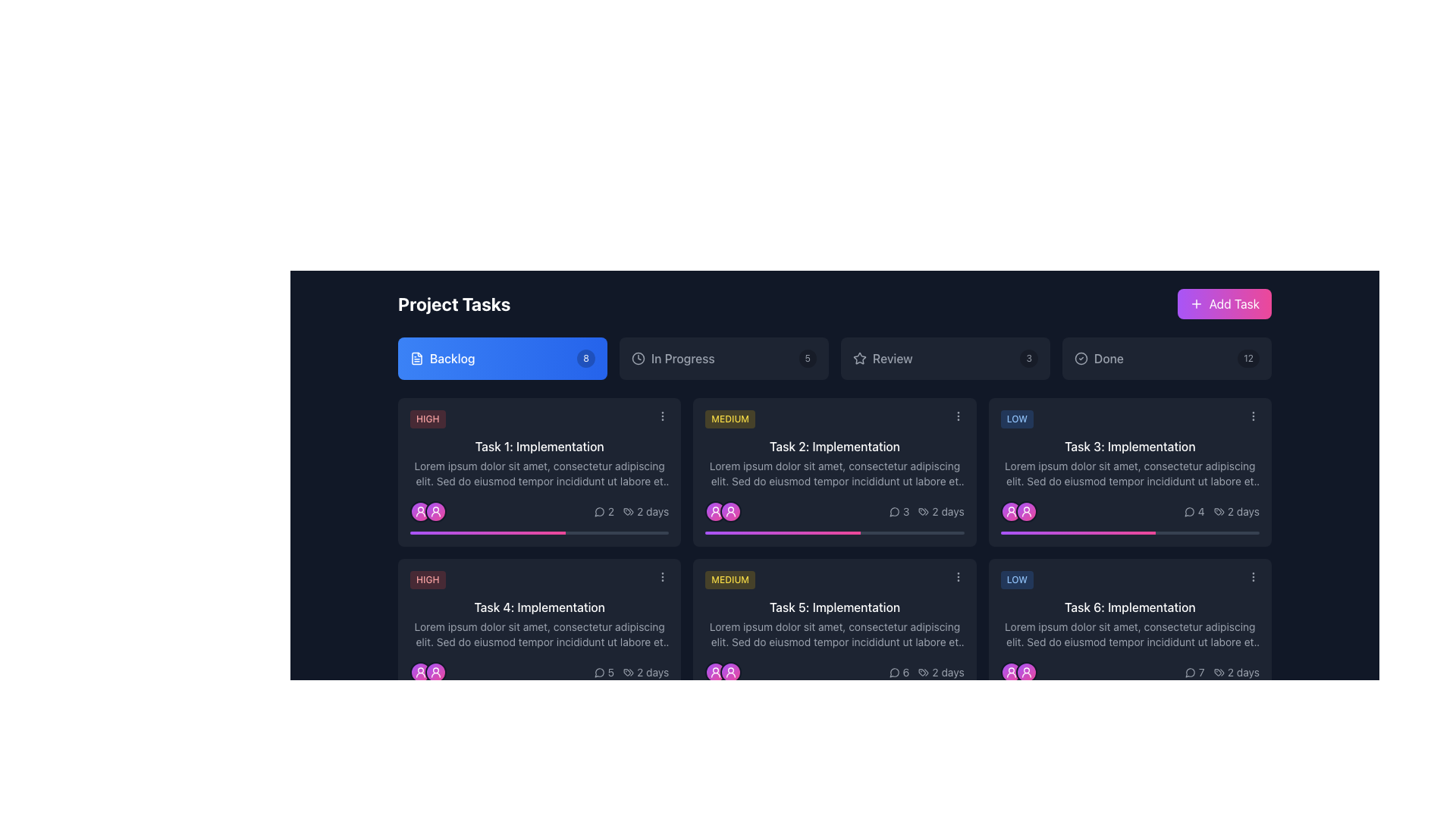 This screenshot has width=1456, height=819. What do you see at coordinates (833, 472) in the screenshot?
I see `the 'Task 2: Implementation' card` at bounding box center [833, 472].